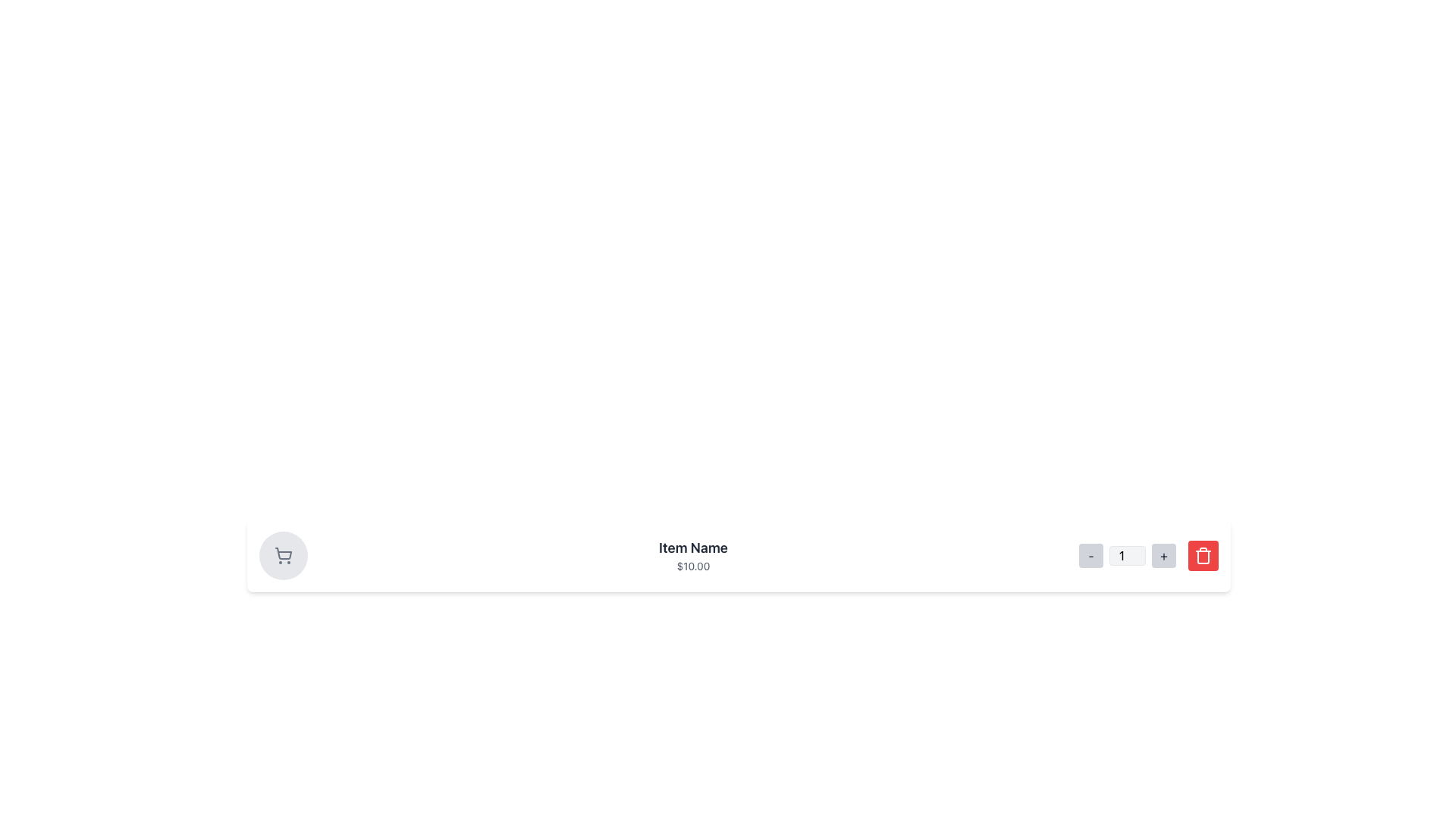  I want to click on the shopping cart icon, which is centrally positioned within an SVG group element and represents cart-related actions in the user interface, so click(284, 554).